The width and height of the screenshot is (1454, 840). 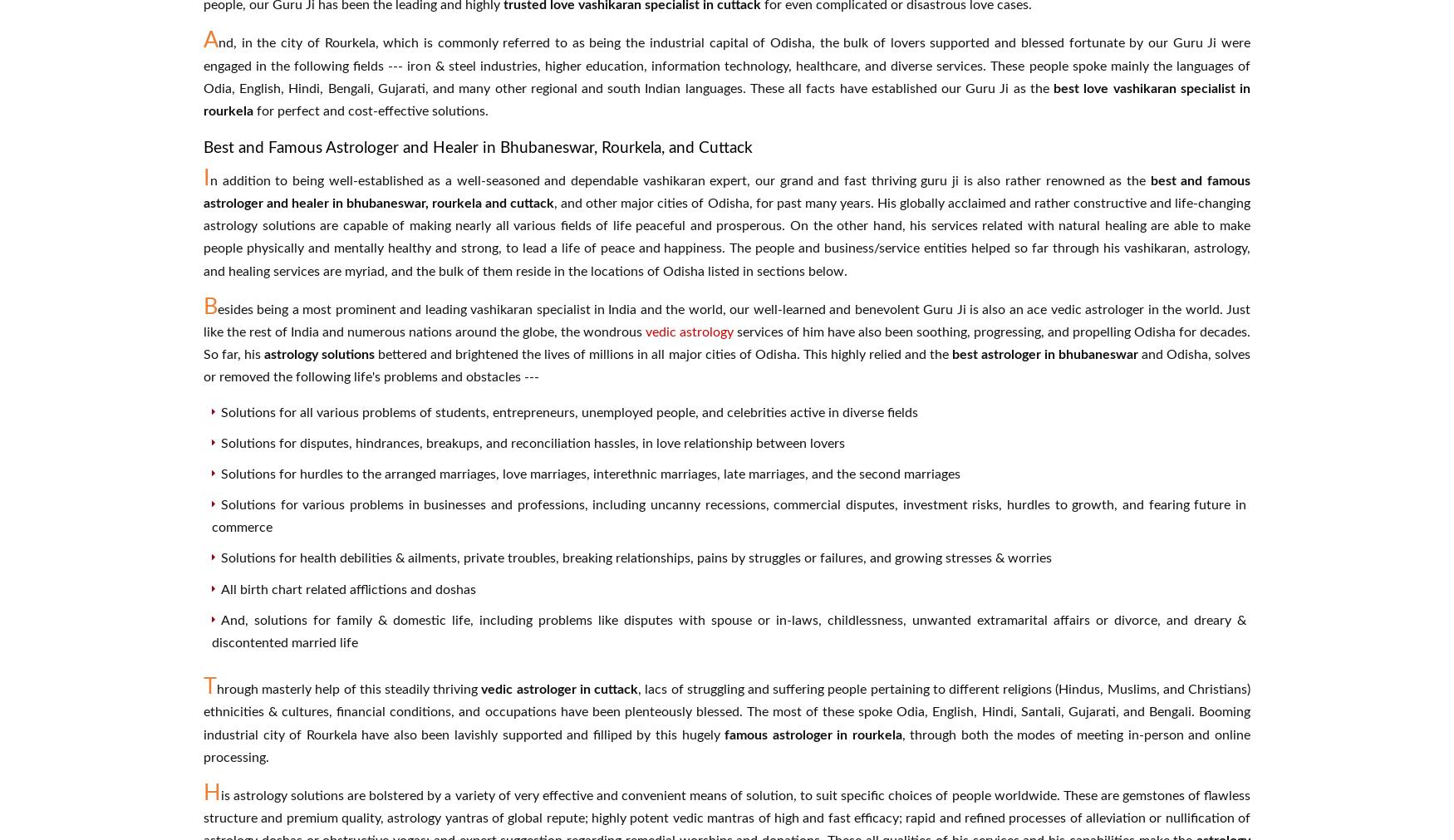 I want to click on 'astrology solutions', so click(x=318, y=354).